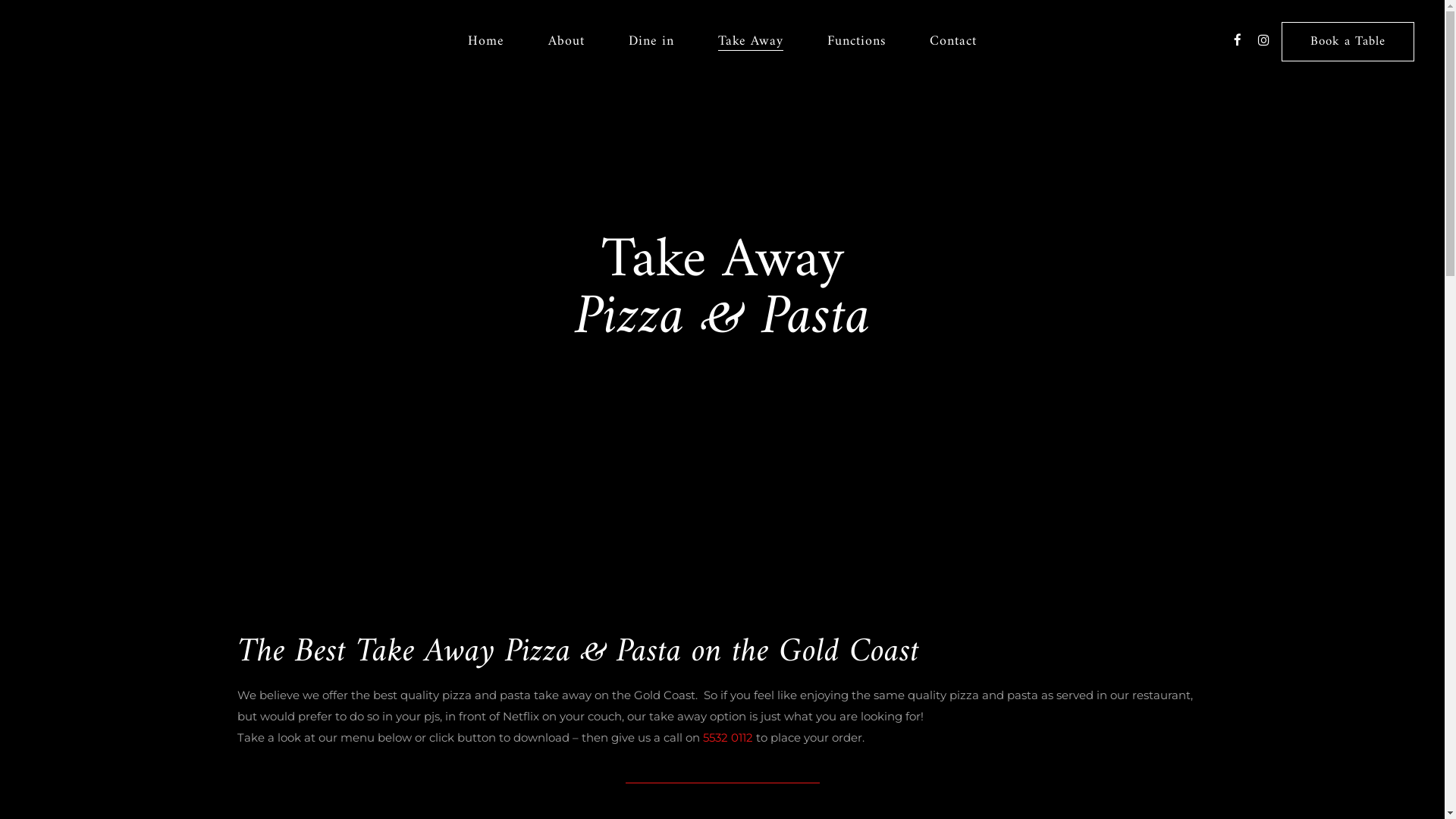 The image size is (1456, 819). Describe the element at coordinates (750, 40) in the screenshot. I see `'Take Away'` at that location.